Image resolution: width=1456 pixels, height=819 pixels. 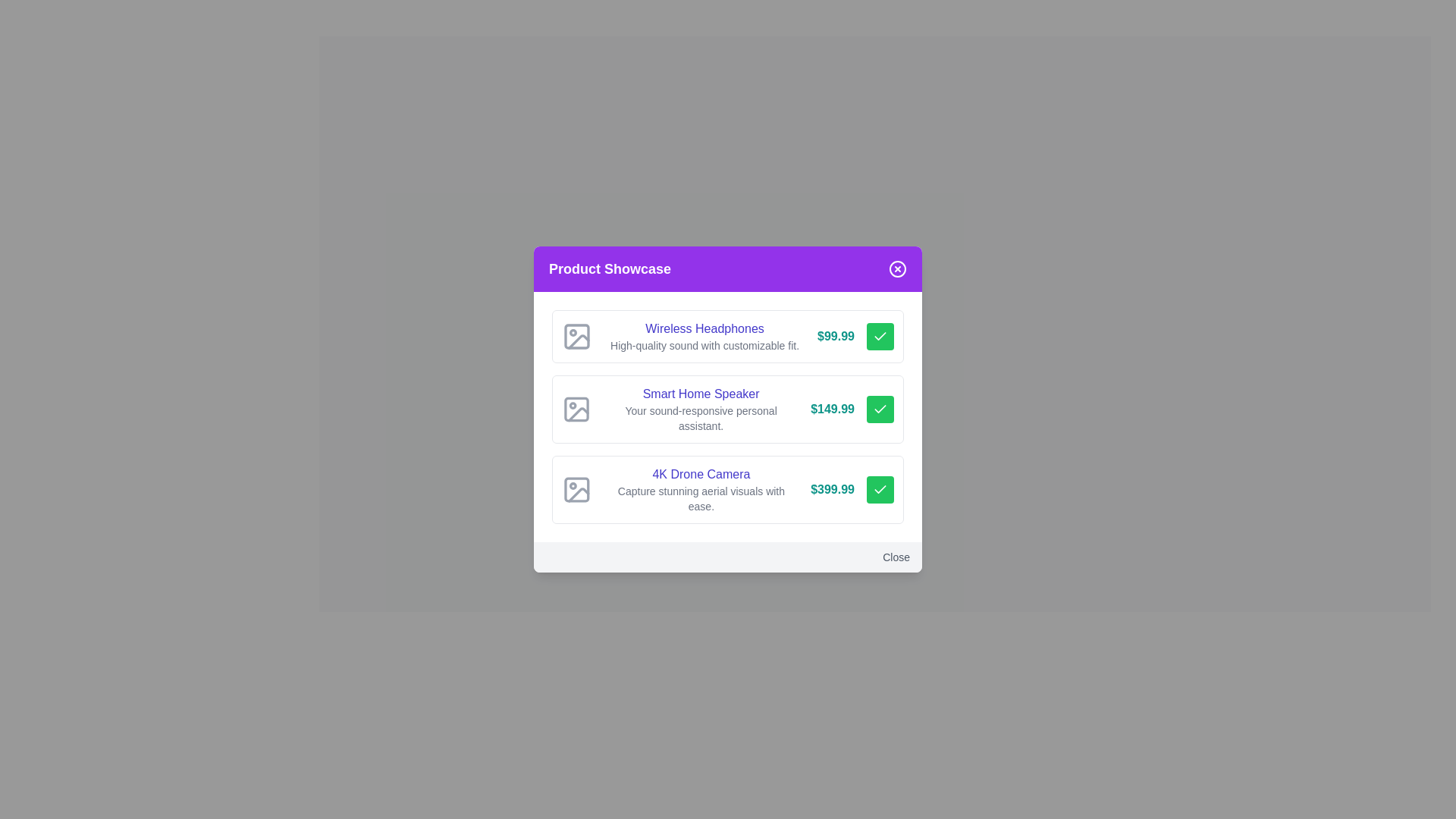 I want to click on the 'Close' text button located in the bottom-right corner of the footer section, so click(x=896, y=557).